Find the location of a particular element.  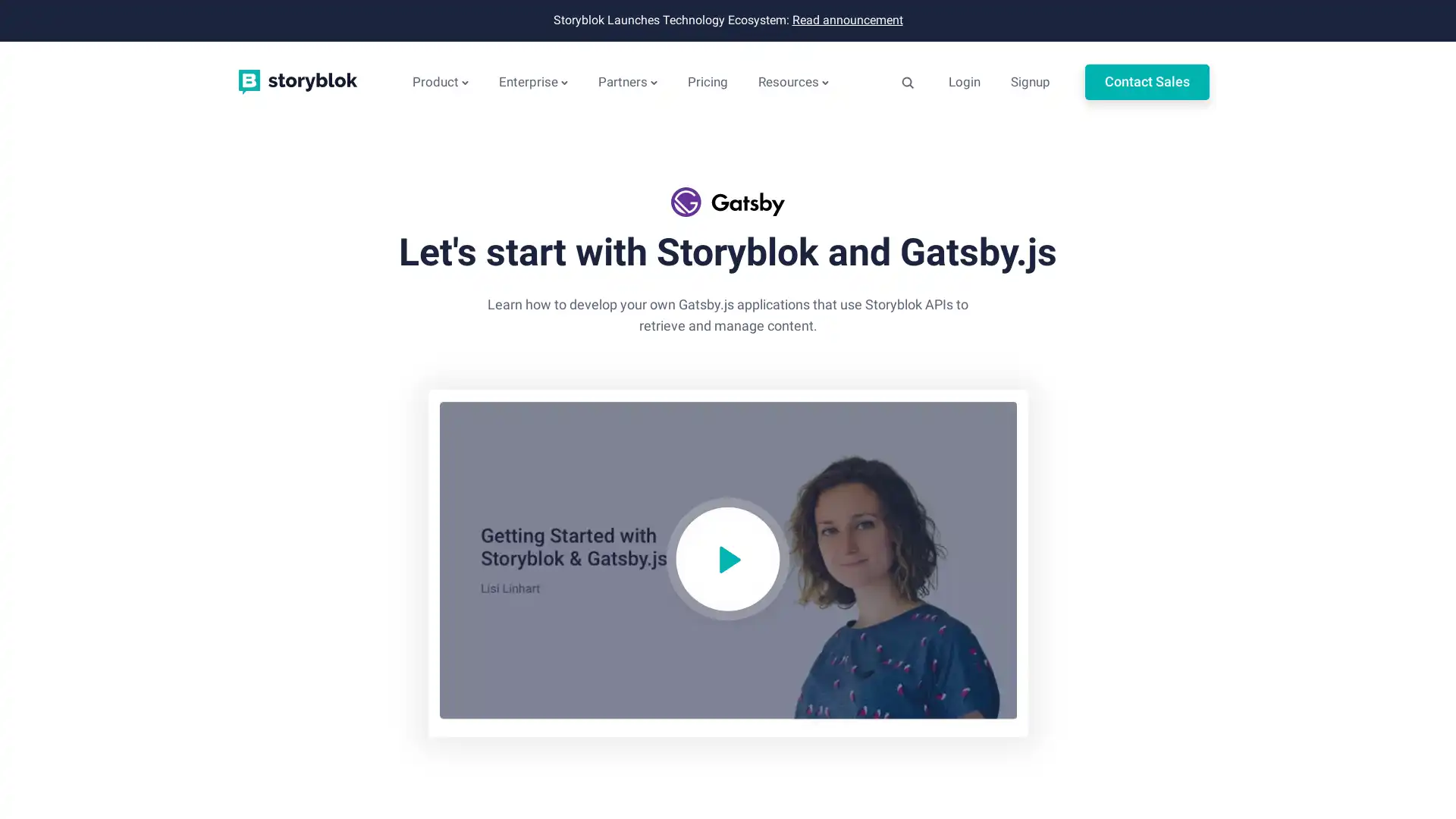

Partners is located at coordinates (628, 82).